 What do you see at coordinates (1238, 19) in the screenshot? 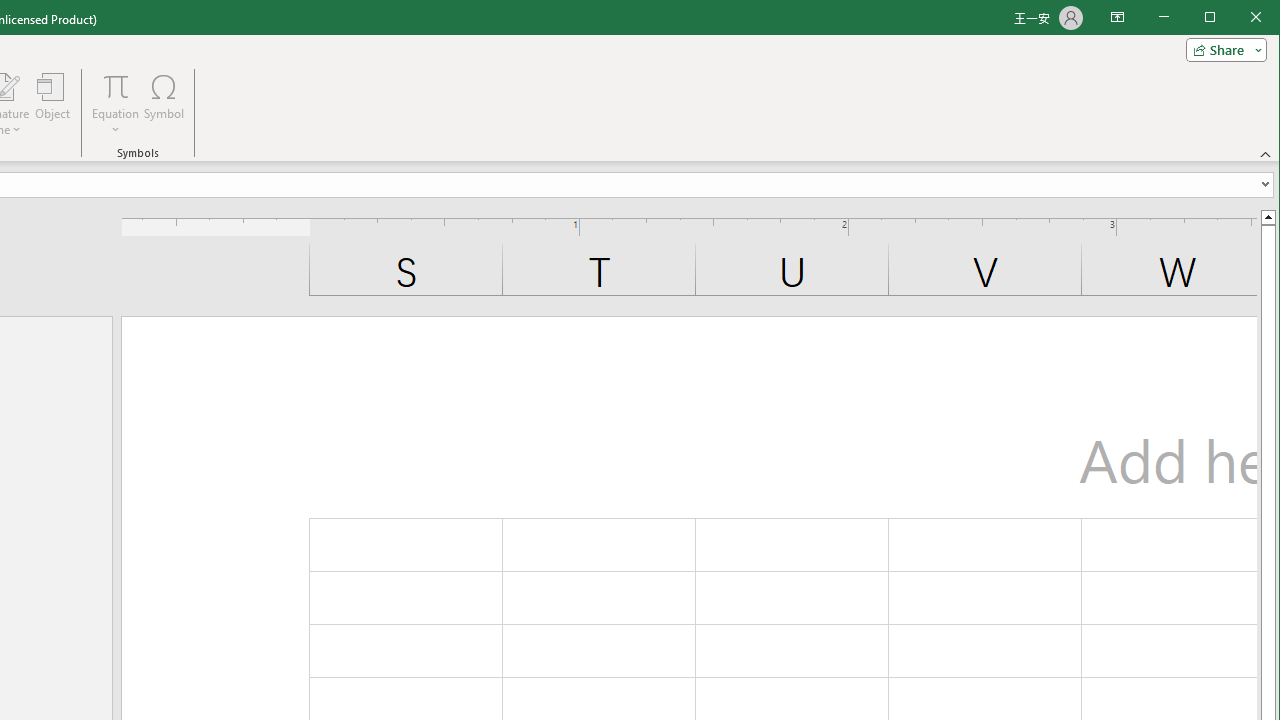
I see `'Maximize'` at bounding box center [1238, 19].